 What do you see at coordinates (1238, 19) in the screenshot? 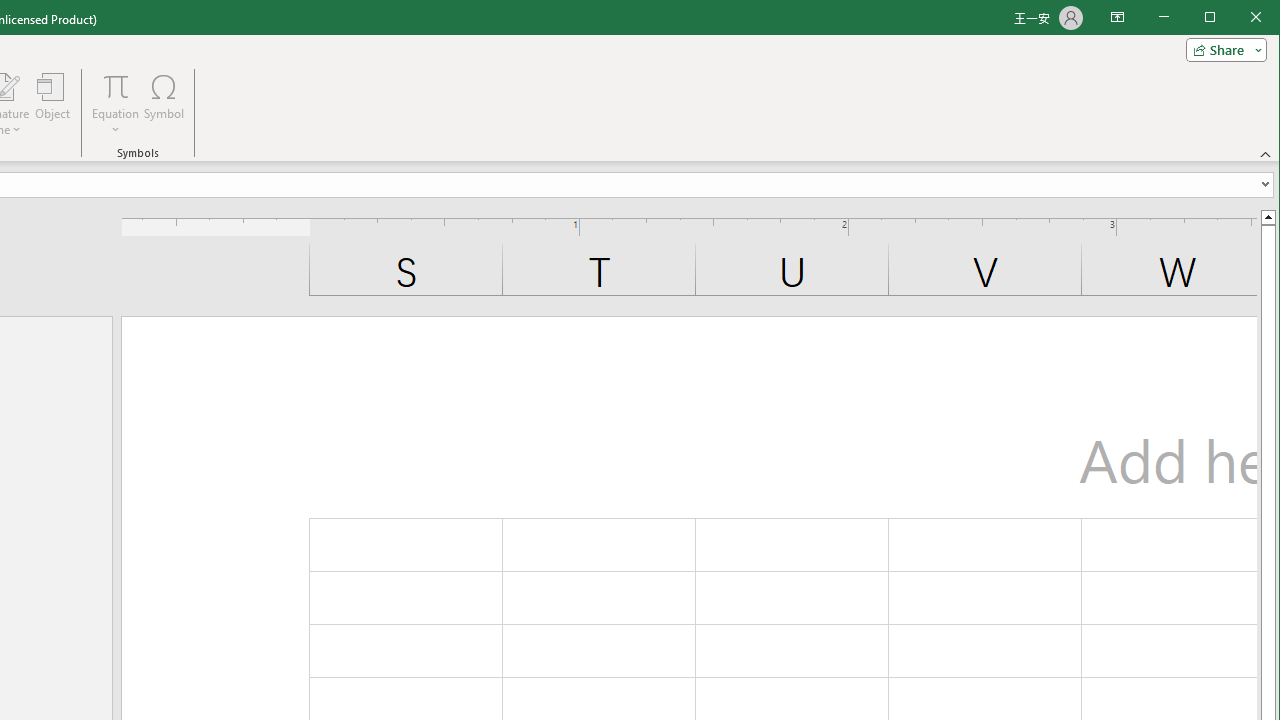
I see `'Maximize'` at bounding box center [1238, 19].